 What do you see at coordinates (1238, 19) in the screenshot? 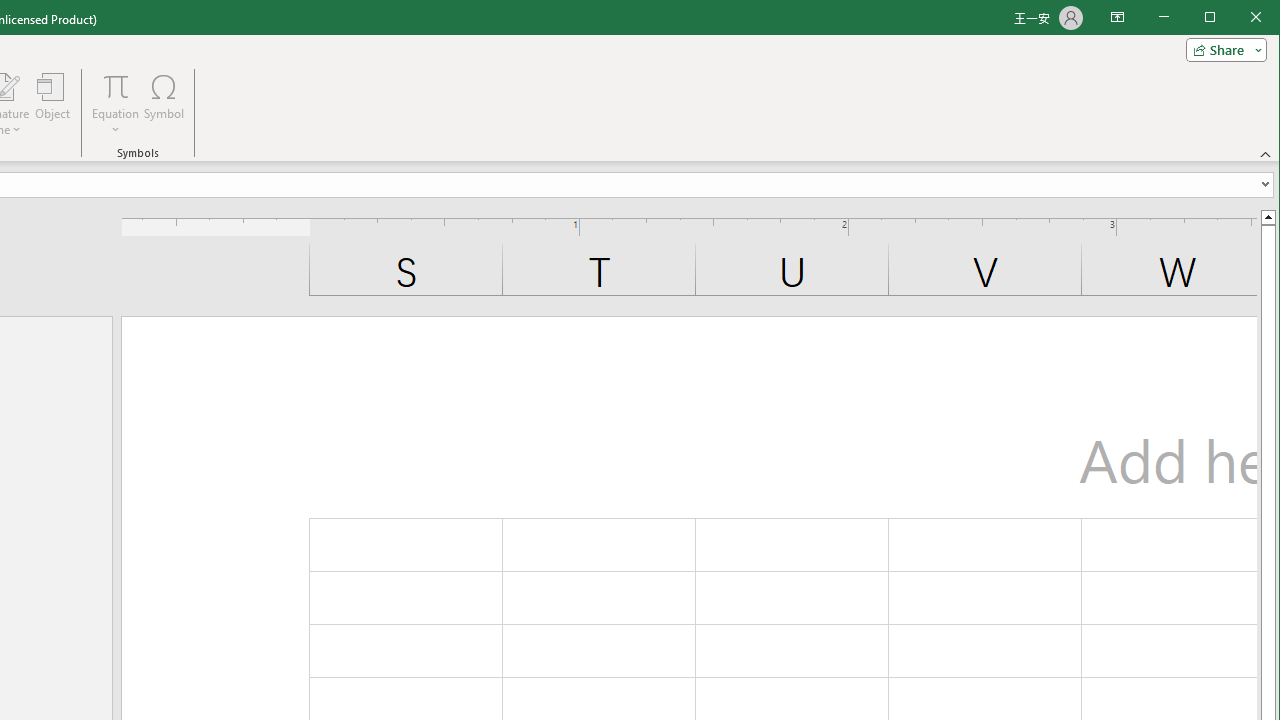
I see `'Maximize'` at bounding box center [1238, 19].